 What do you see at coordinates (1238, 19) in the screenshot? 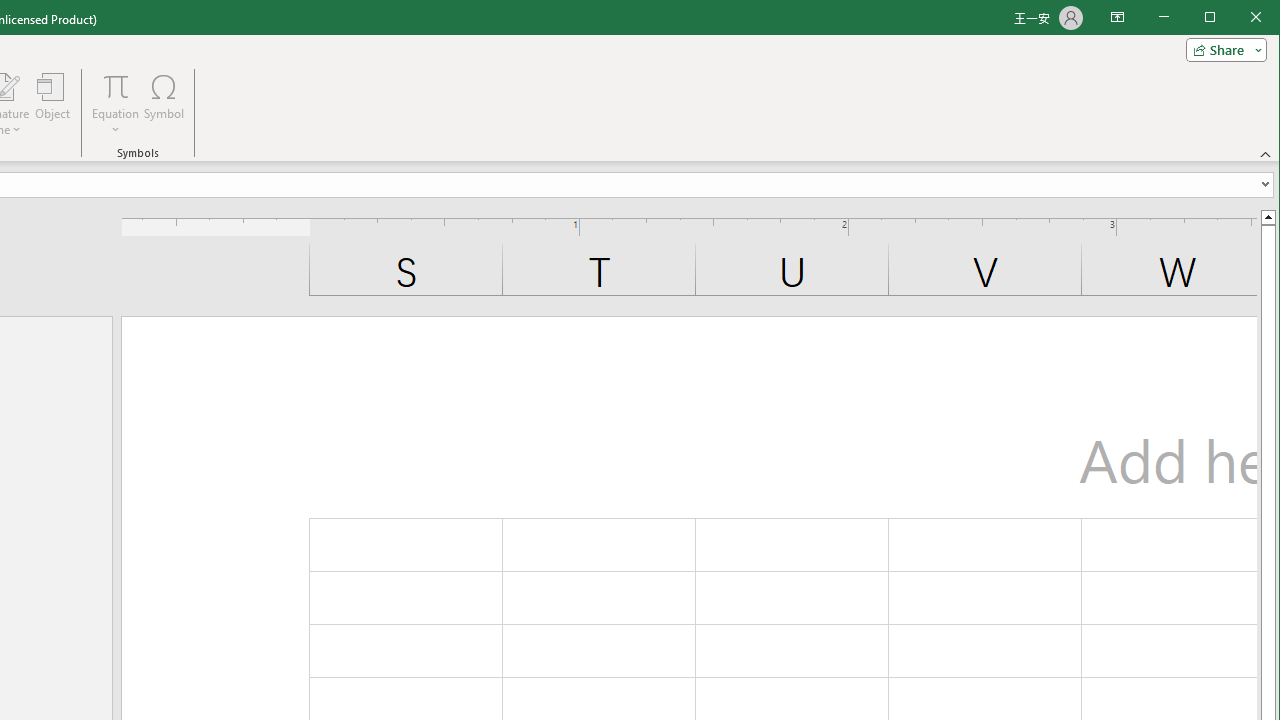
I see `'Maximize'` at bounding box center [1238, 19].